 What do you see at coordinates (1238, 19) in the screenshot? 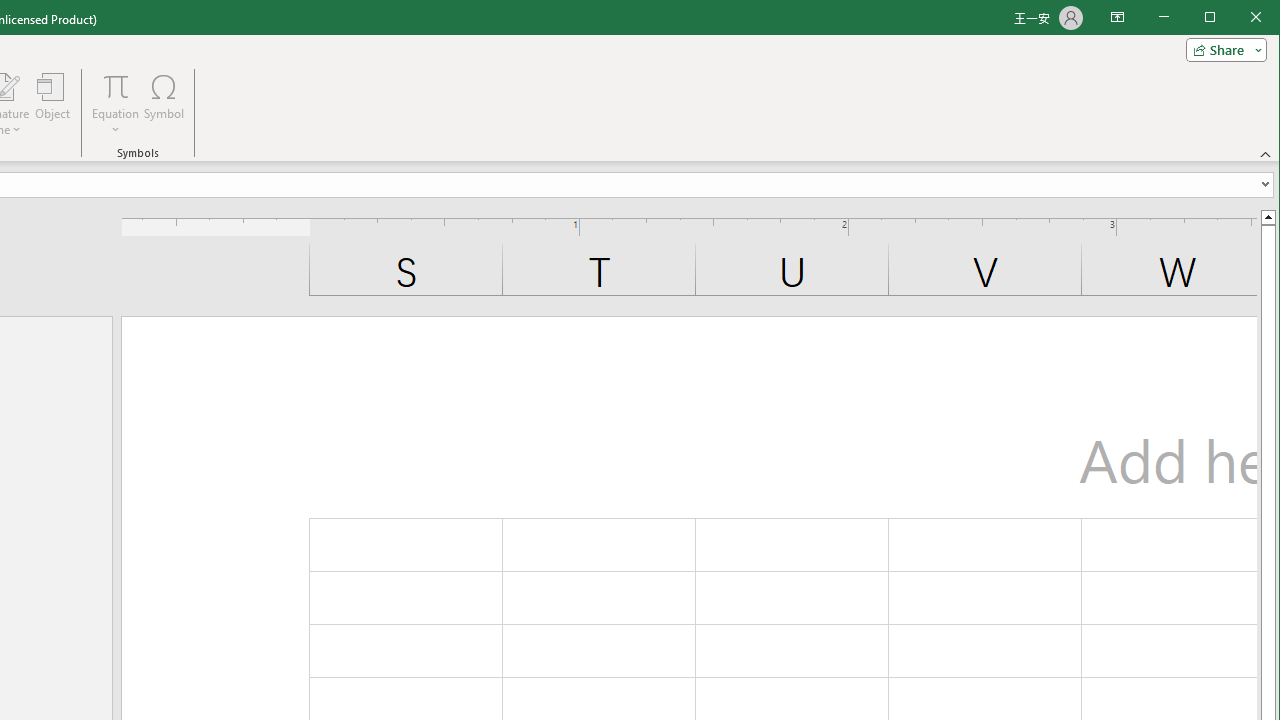
I see `'Maximize'` at bounding box center [1238, 19].